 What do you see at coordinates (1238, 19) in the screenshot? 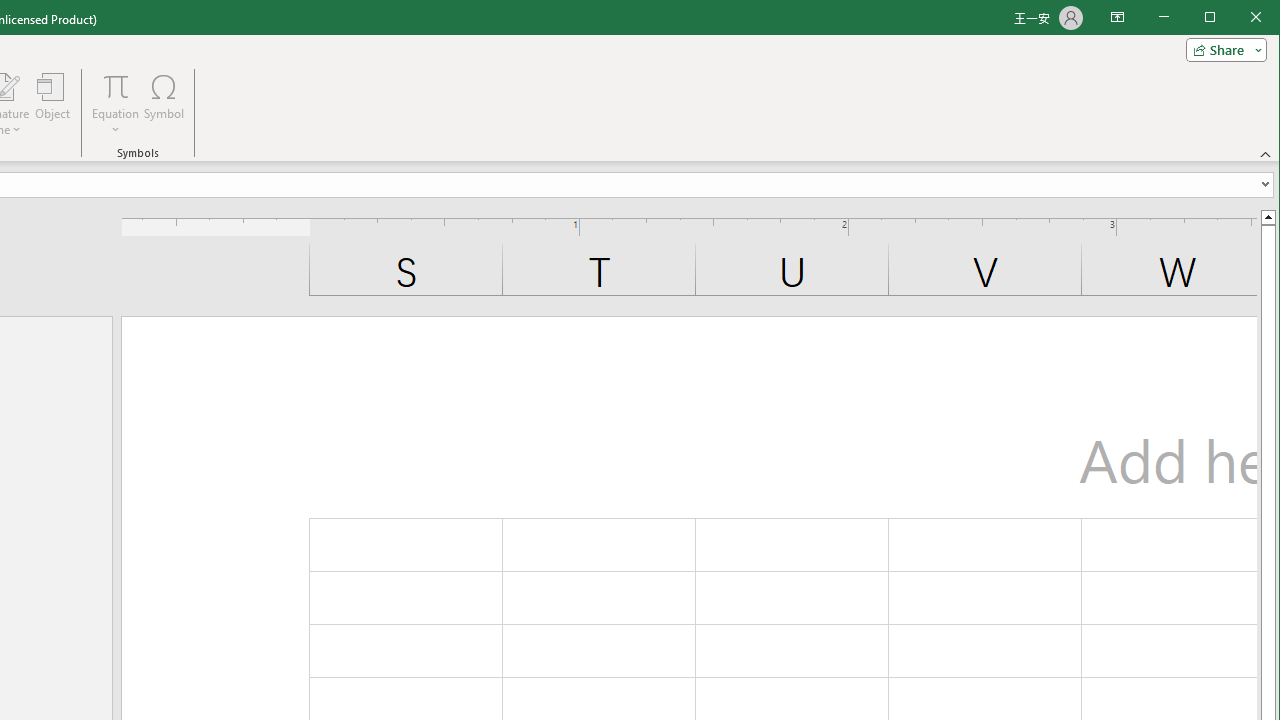
I see `'Maximize'` at bounding box center [1238, 19].